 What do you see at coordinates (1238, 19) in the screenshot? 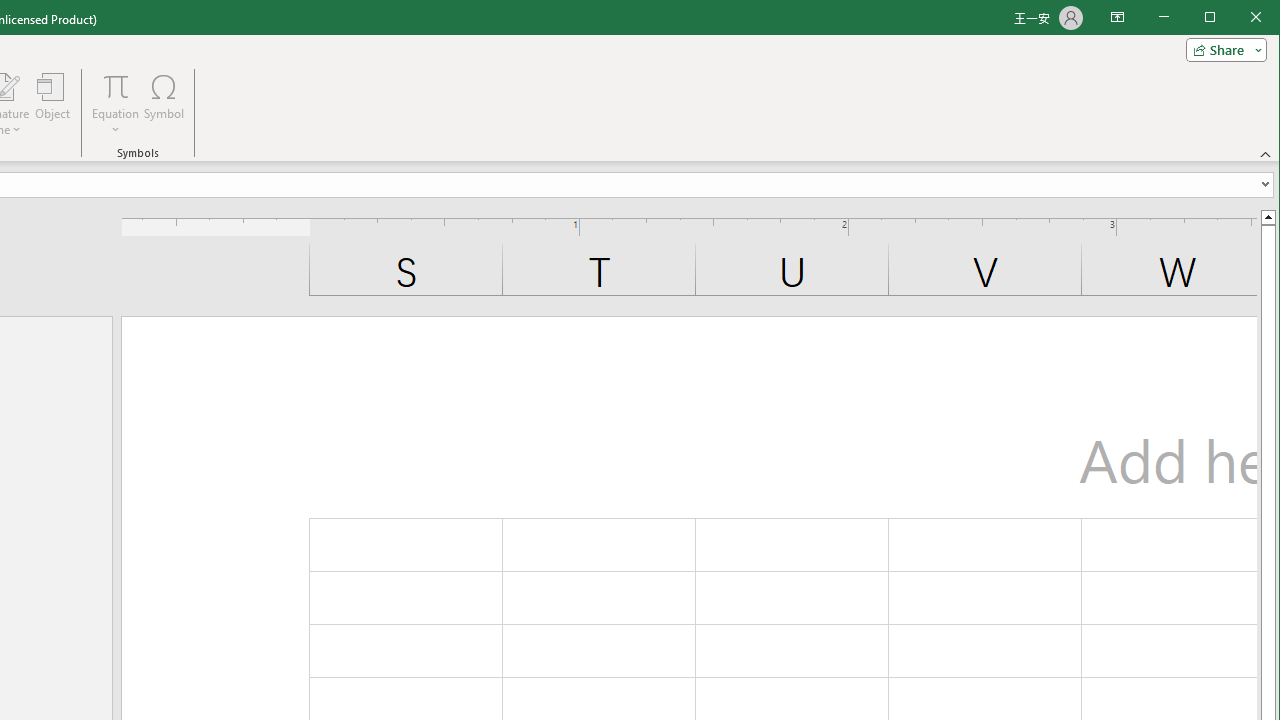
I see `'Maximize'` at bounding box center [1238, 19].